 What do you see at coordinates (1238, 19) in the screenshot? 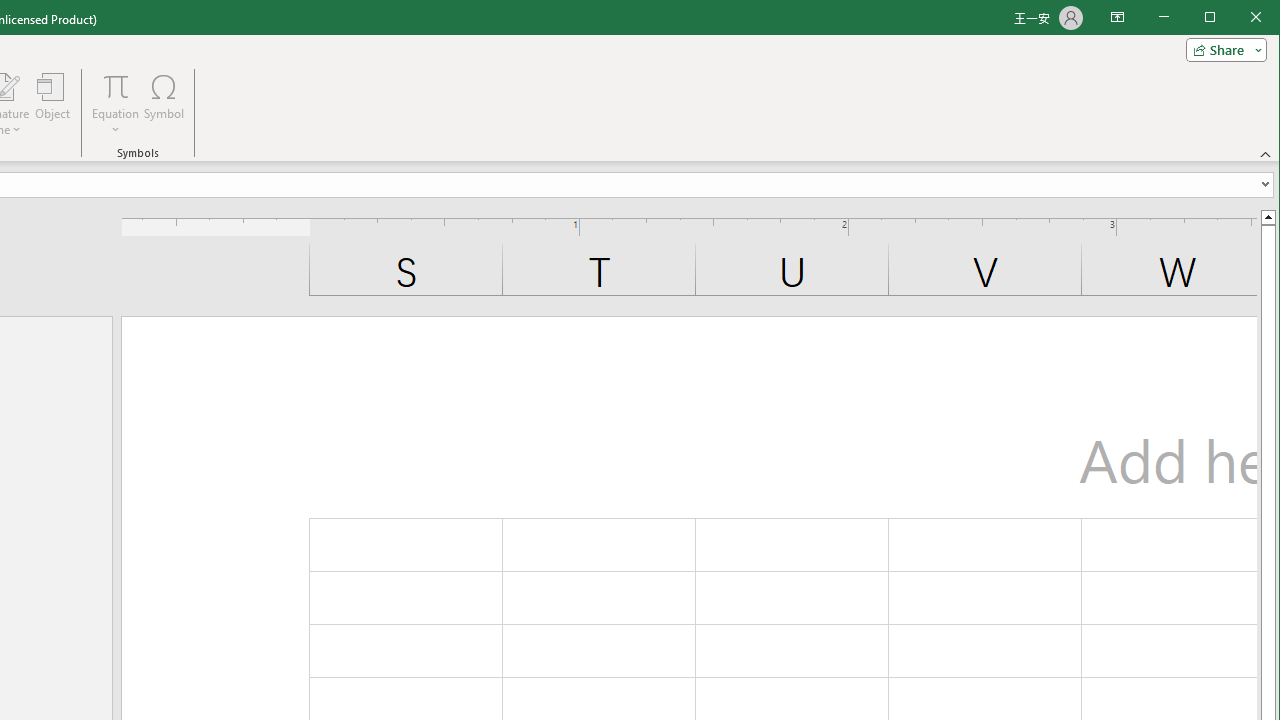
I see `'Maximize'` at bounding box center [1238, 19].